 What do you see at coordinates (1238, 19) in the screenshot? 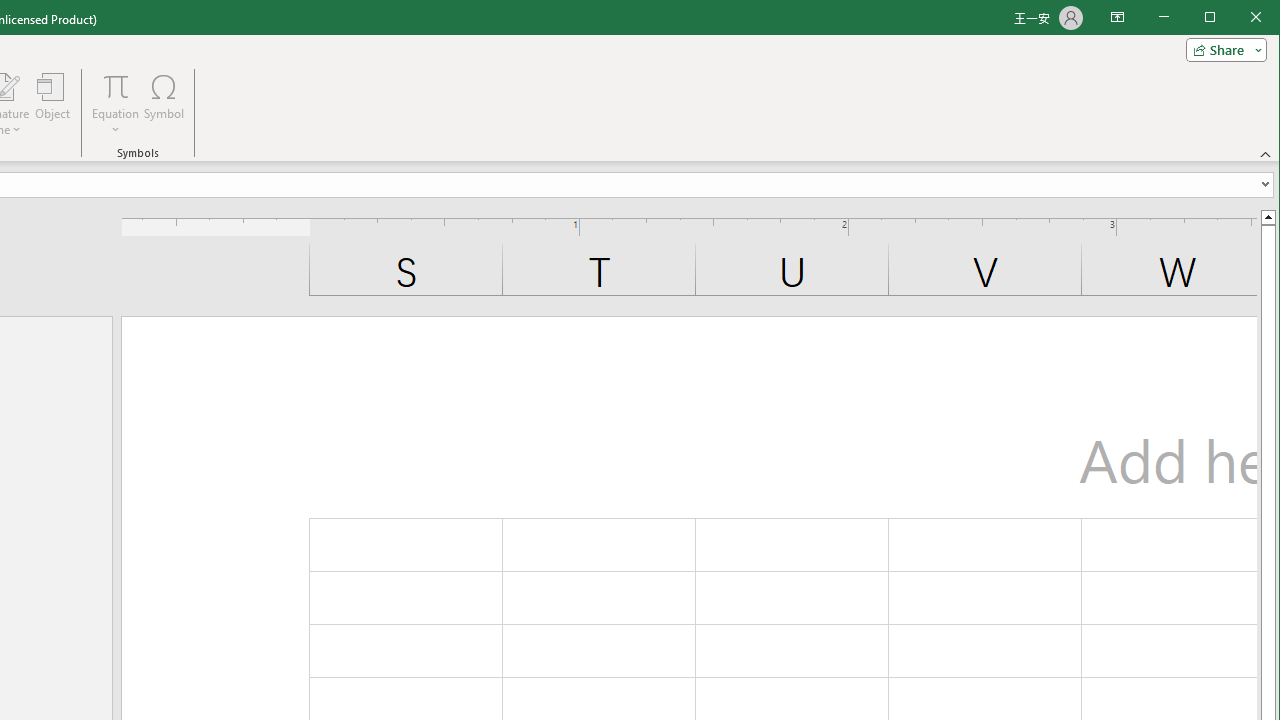
I see `'Maximize'` at bounding box center [1238, 19].